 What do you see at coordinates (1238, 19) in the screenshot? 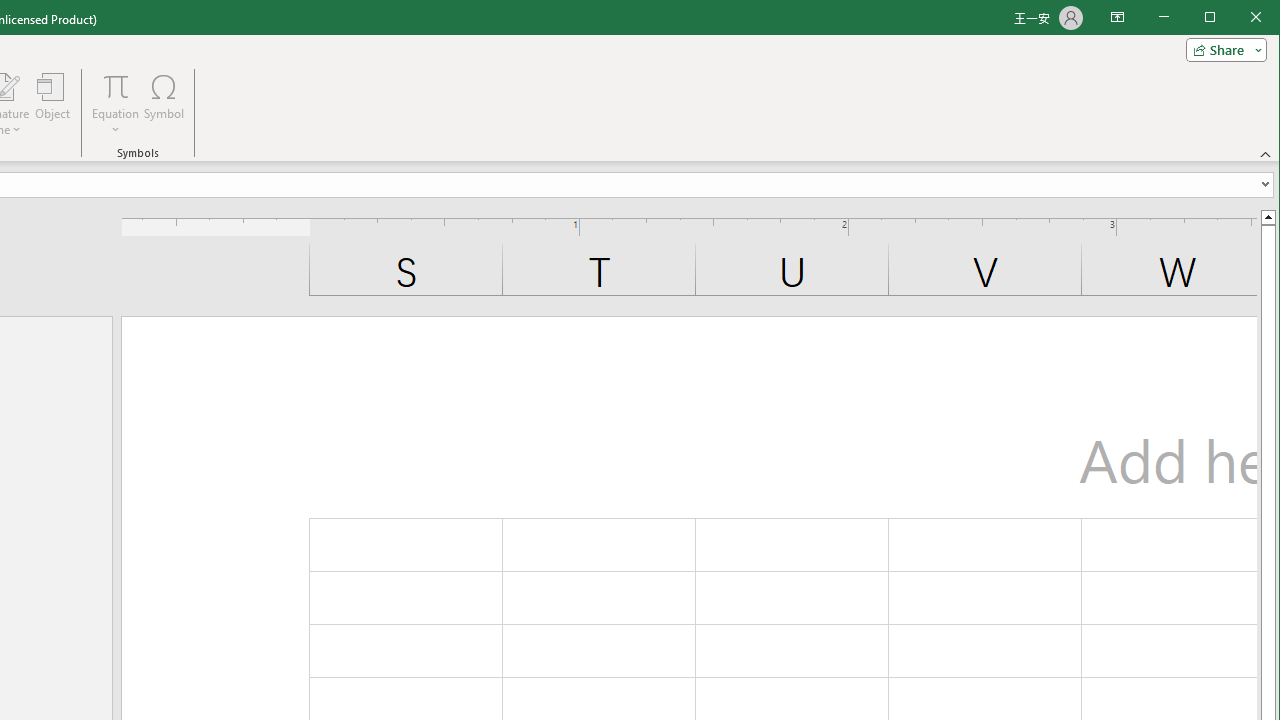
I see `'Maximize'` at bounding box center [1238, 19].